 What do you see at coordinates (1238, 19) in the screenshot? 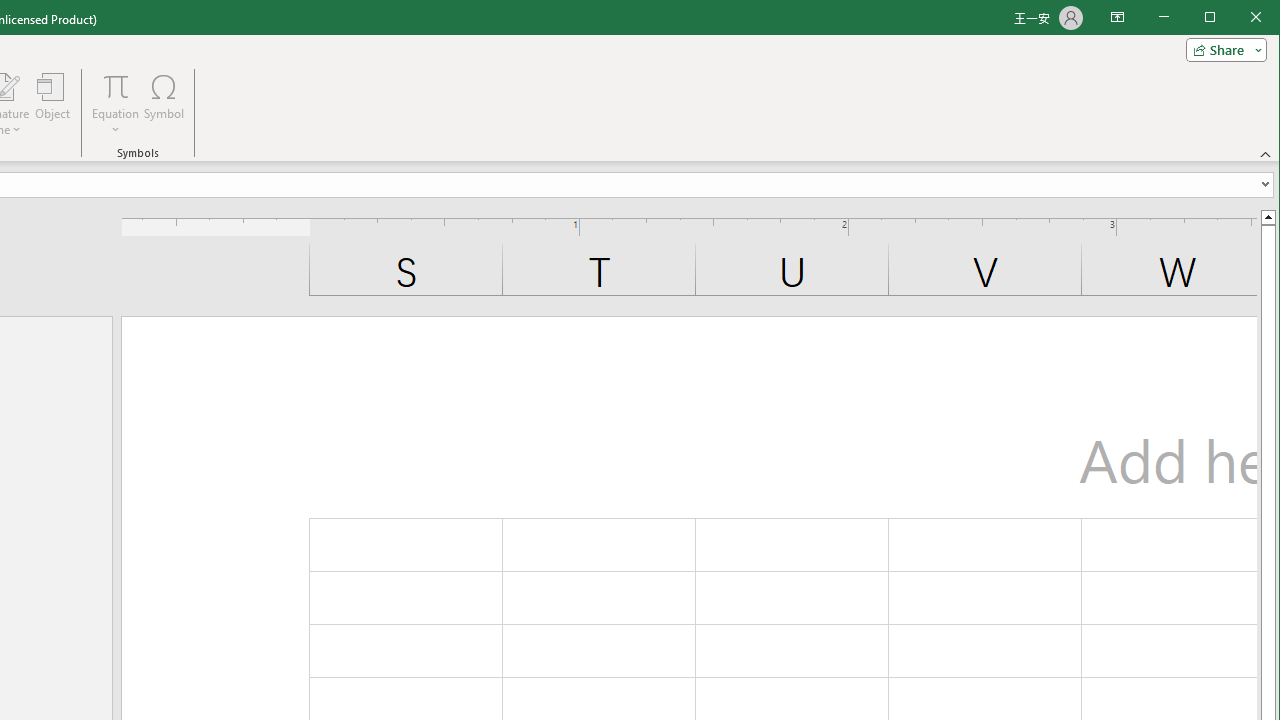
I see `'Maximize'` at bounding box center [1238, 19].